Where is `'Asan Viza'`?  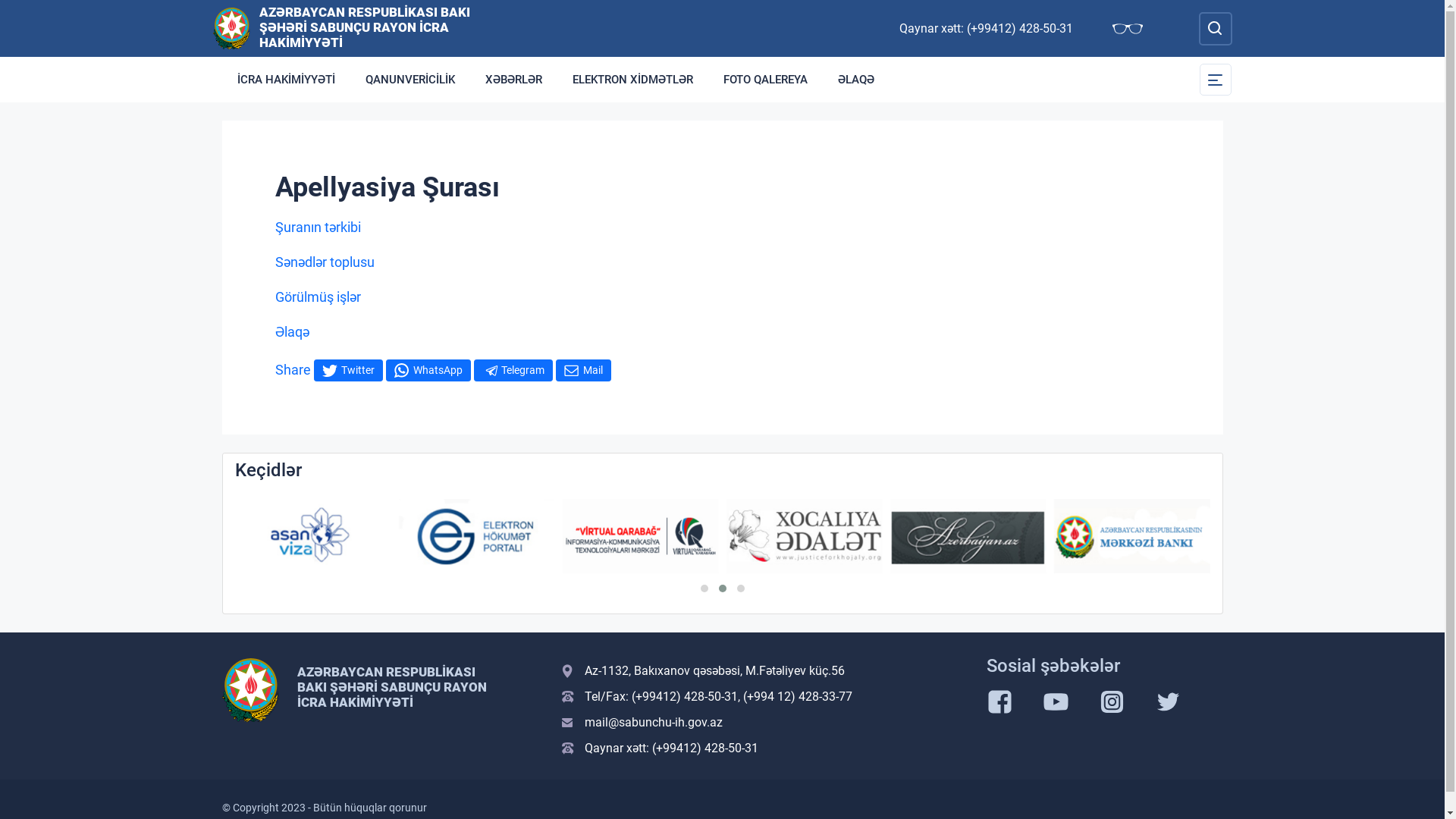
'Asan Viza' is located at coordinates (312, 535).